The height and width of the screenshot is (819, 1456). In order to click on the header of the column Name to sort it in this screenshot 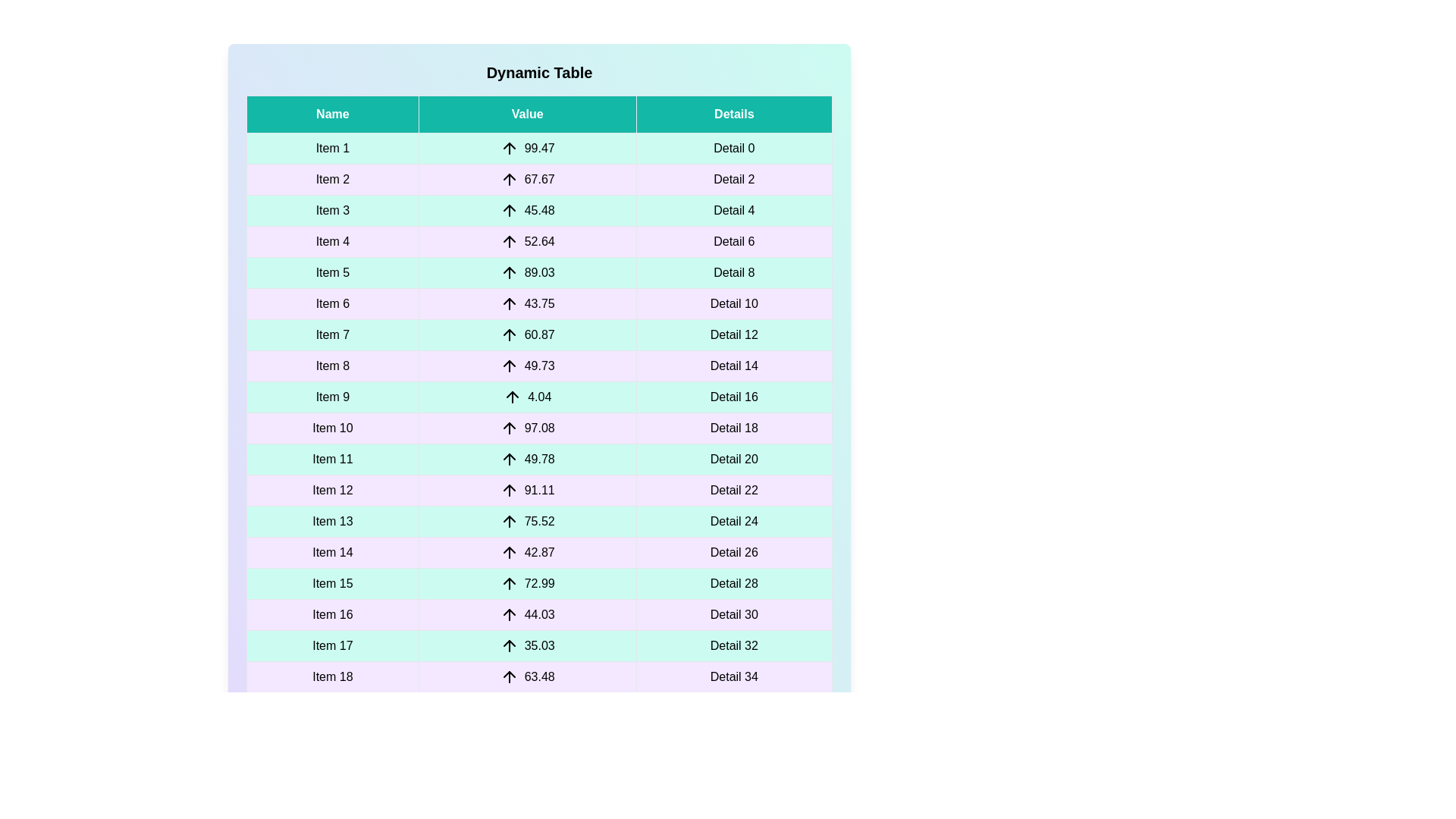, I will do `click(331, 113)`.